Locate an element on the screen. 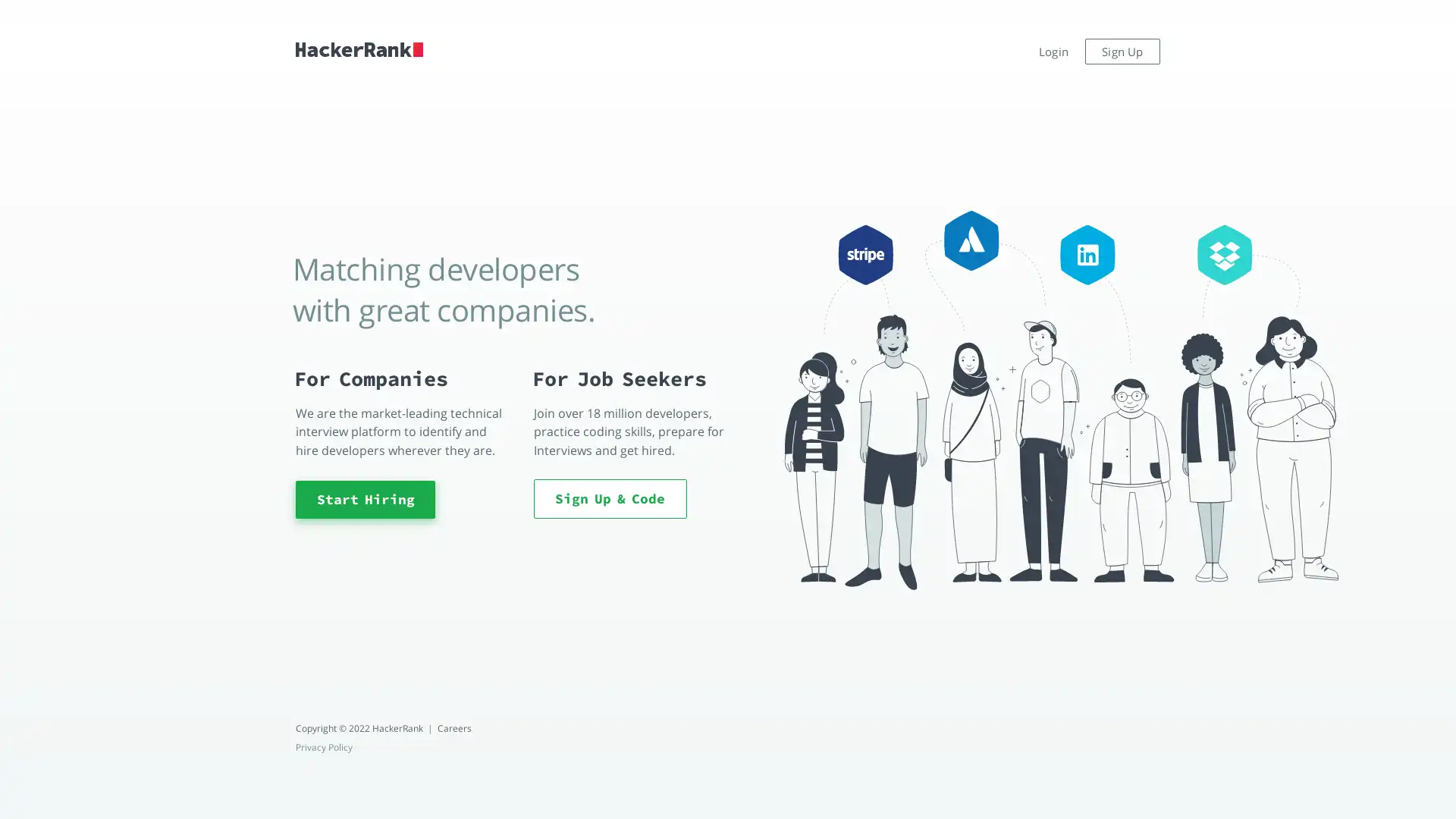 The width and height of the screenshot is (1456, 819). Sign Up & Code is located at coordinates (610, 497).